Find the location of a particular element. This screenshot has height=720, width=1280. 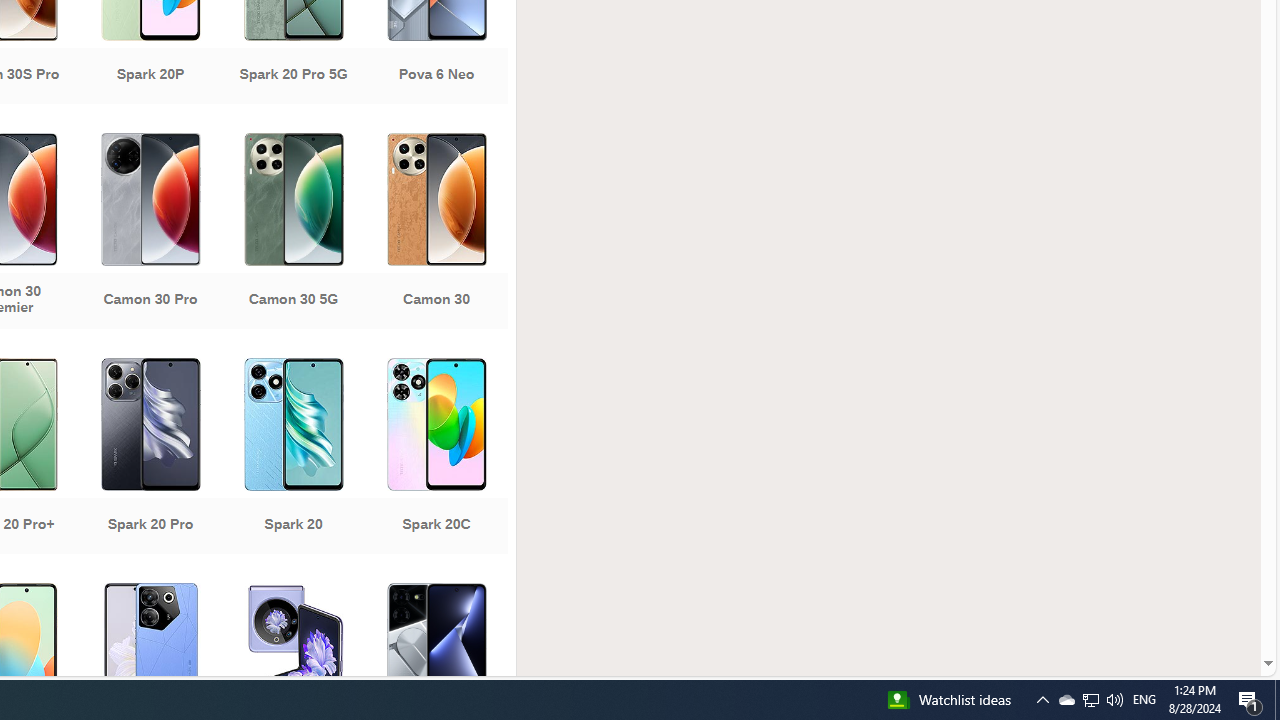

'Camon 30 5G' is located at coordinates (292, 232).